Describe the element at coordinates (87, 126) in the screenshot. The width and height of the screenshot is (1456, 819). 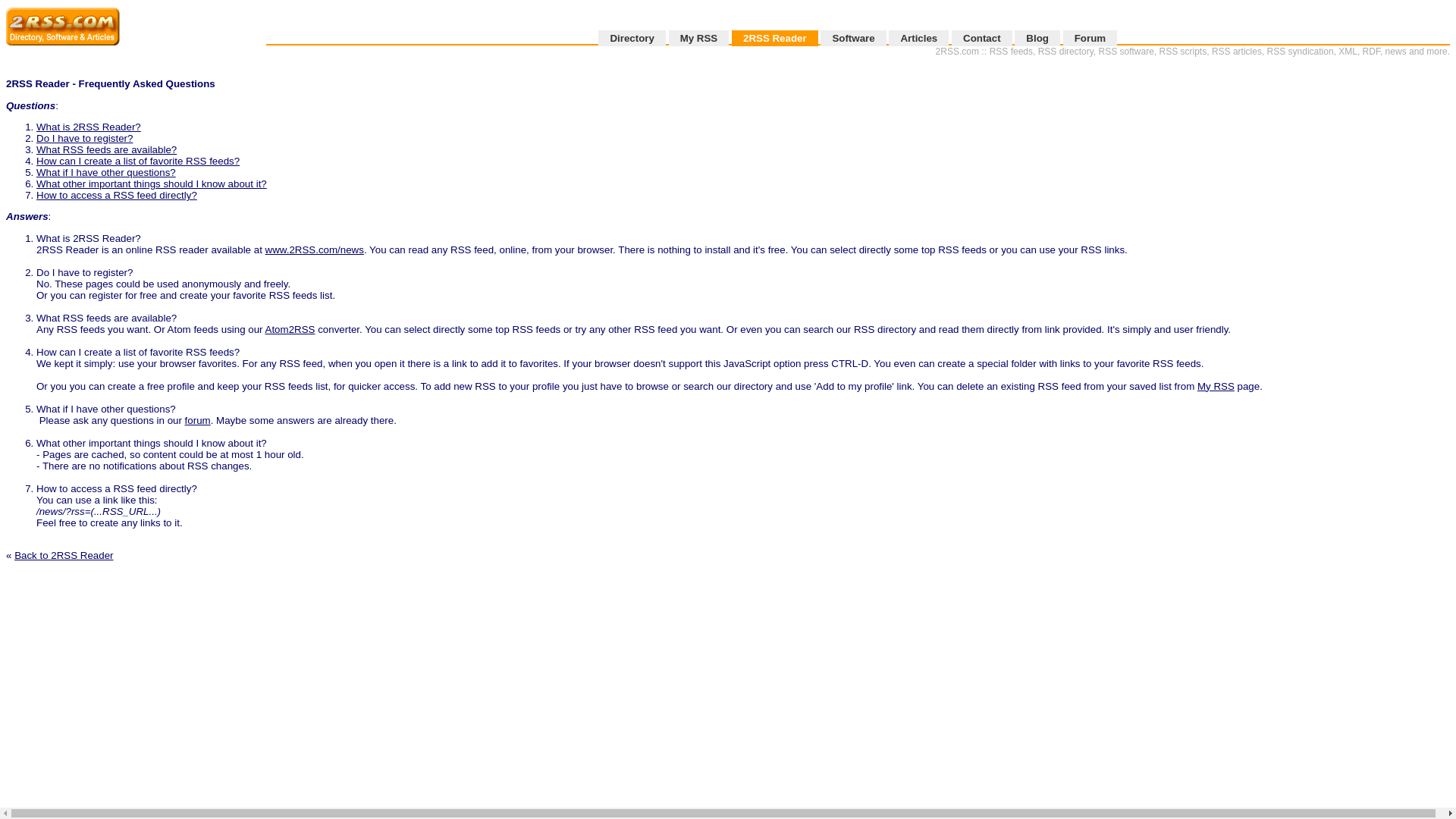
I see `'What is 2RSS Reader?'` at that location.